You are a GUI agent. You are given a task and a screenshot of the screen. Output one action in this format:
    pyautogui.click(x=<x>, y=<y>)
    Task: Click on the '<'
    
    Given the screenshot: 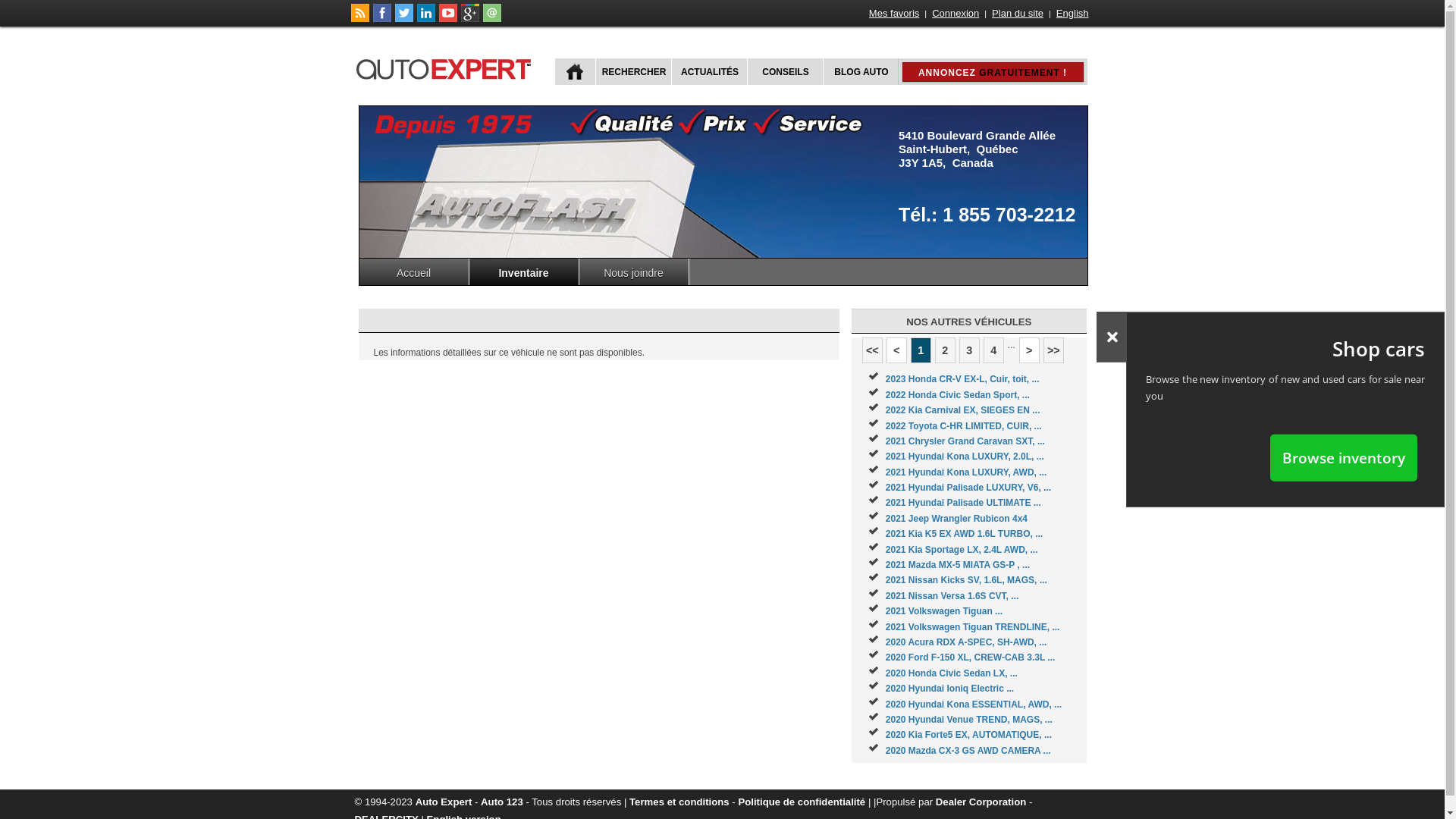 What is the action you would take?
    pyautogui.click(x=886, y=350)
    